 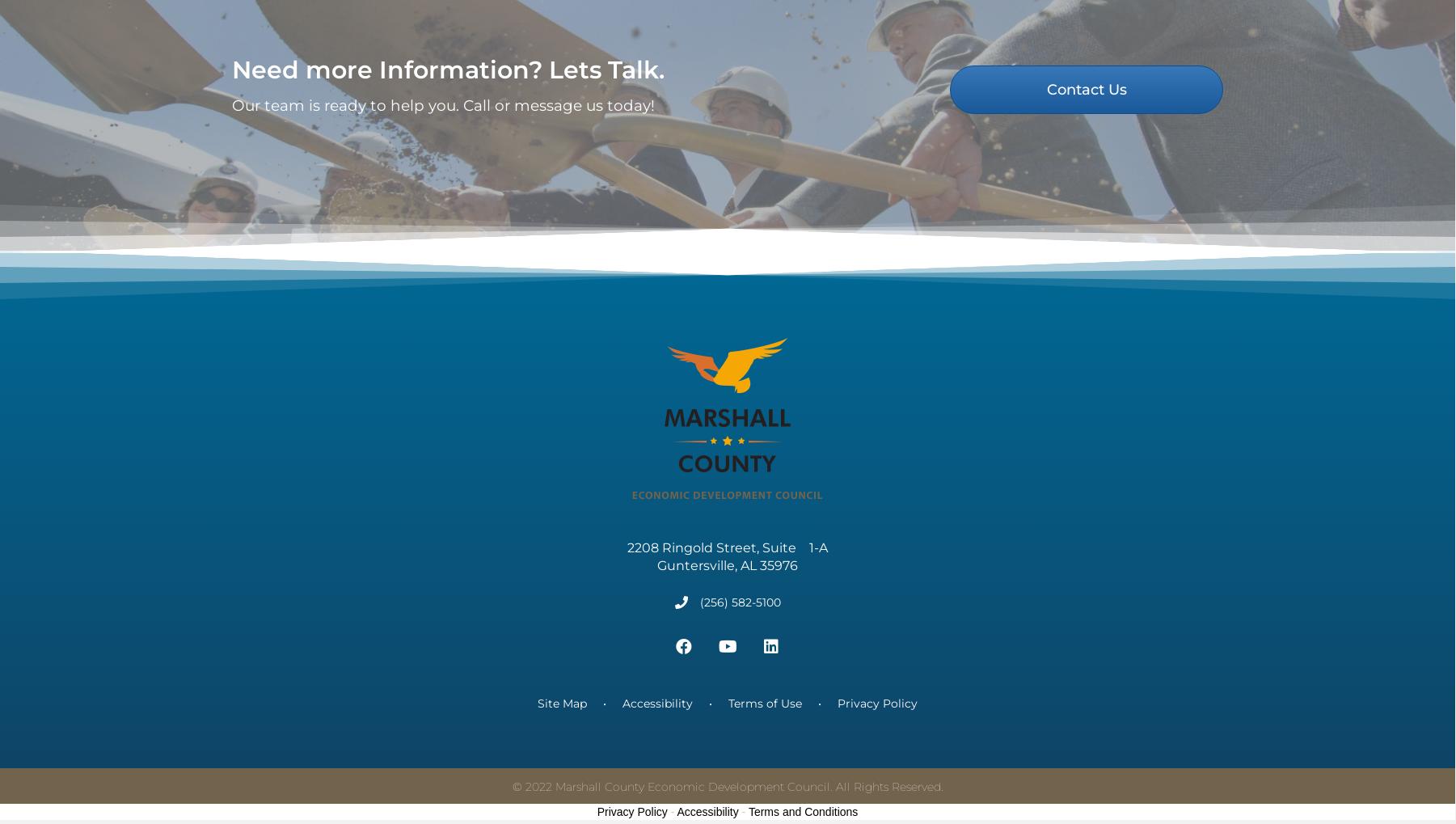 What do you see at coordinates (627, 568) in the screenshot?
I see `'2208 Ringold Street, Suite    1-A'` at bounding box center [627, 568].